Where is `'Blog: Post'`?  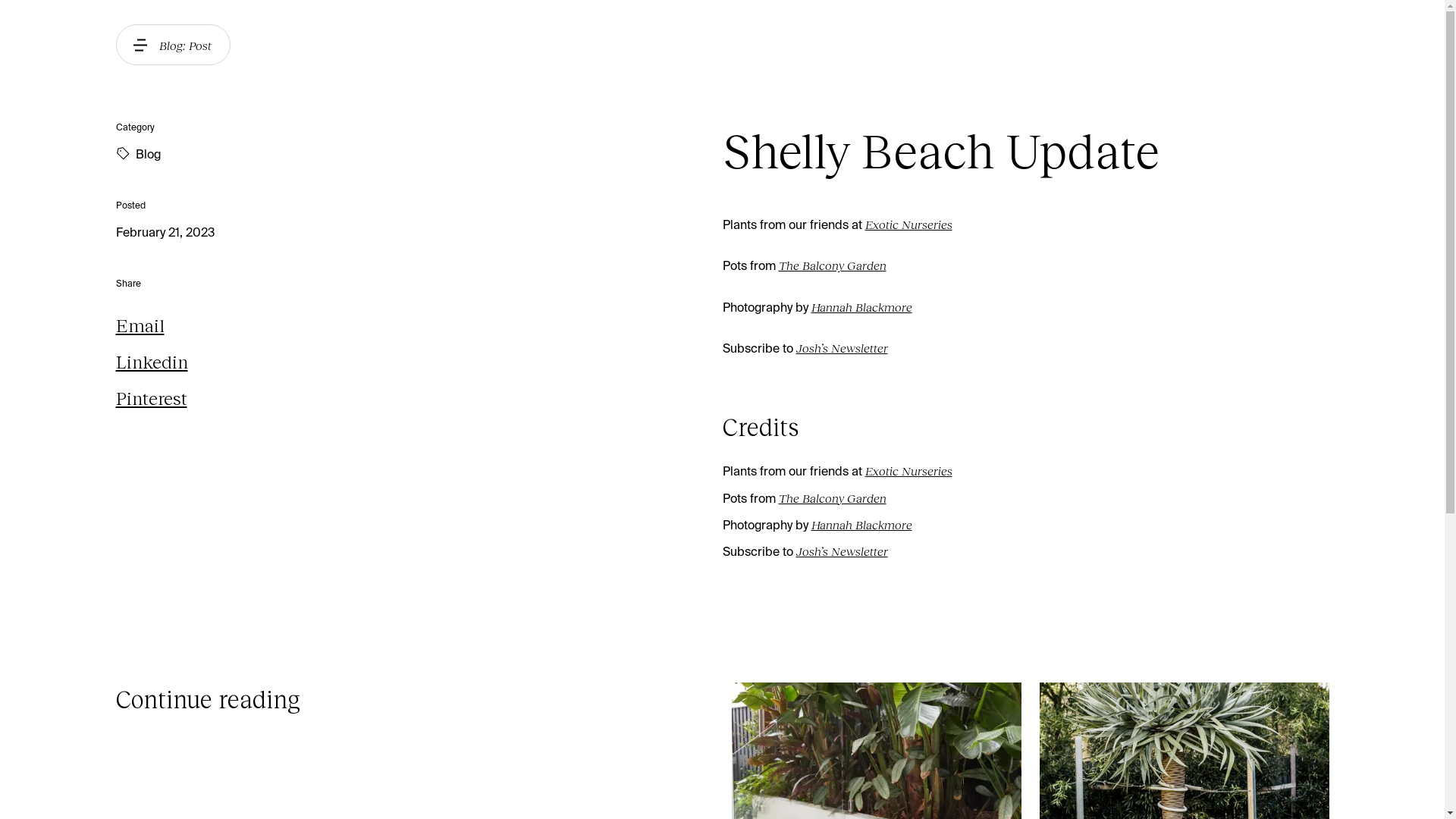 'Blog: Post' is located at coordinates (172, 43).